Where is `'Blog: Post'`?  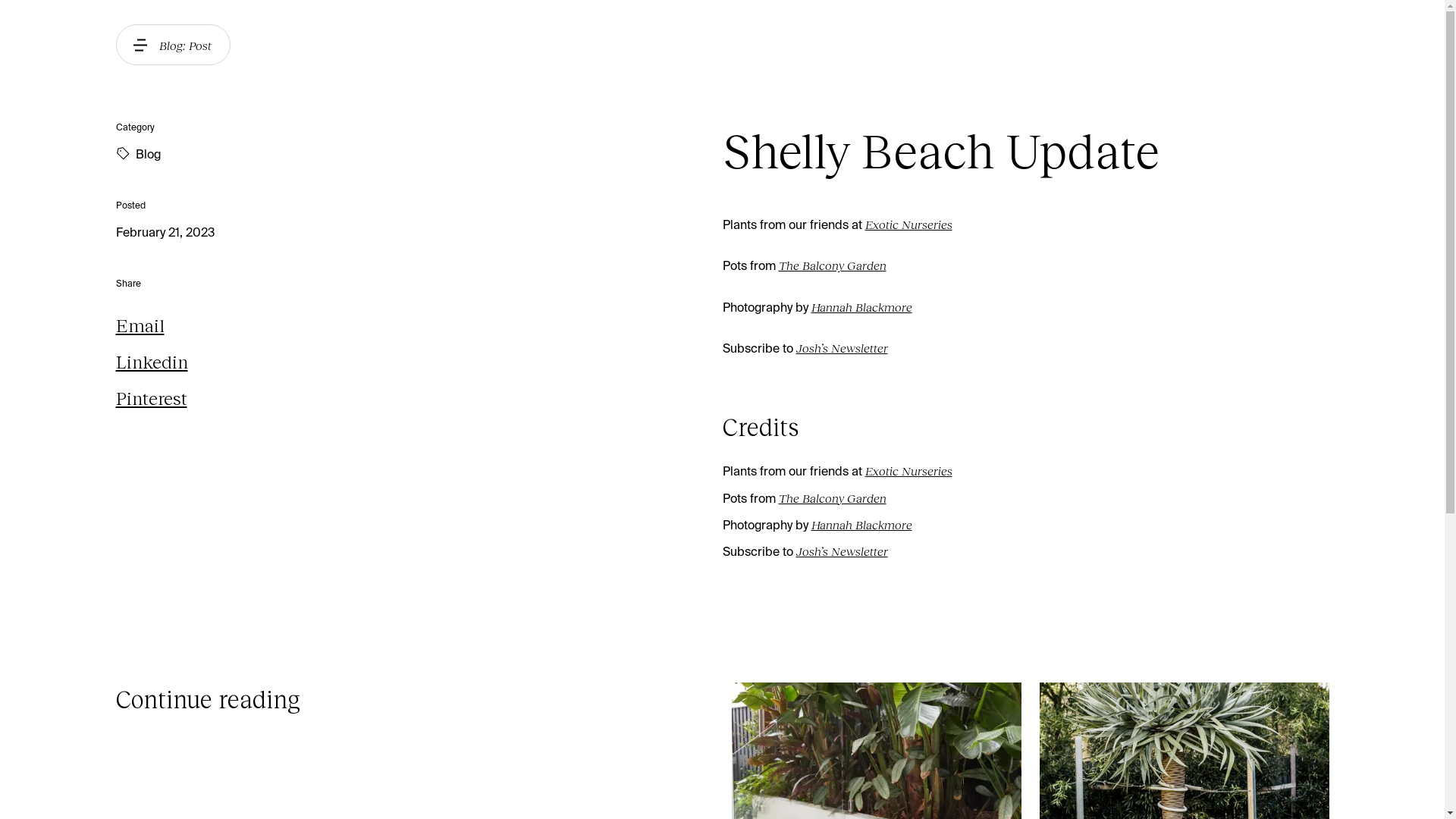 'Blog: Post' is located at coordinates (172, 43).